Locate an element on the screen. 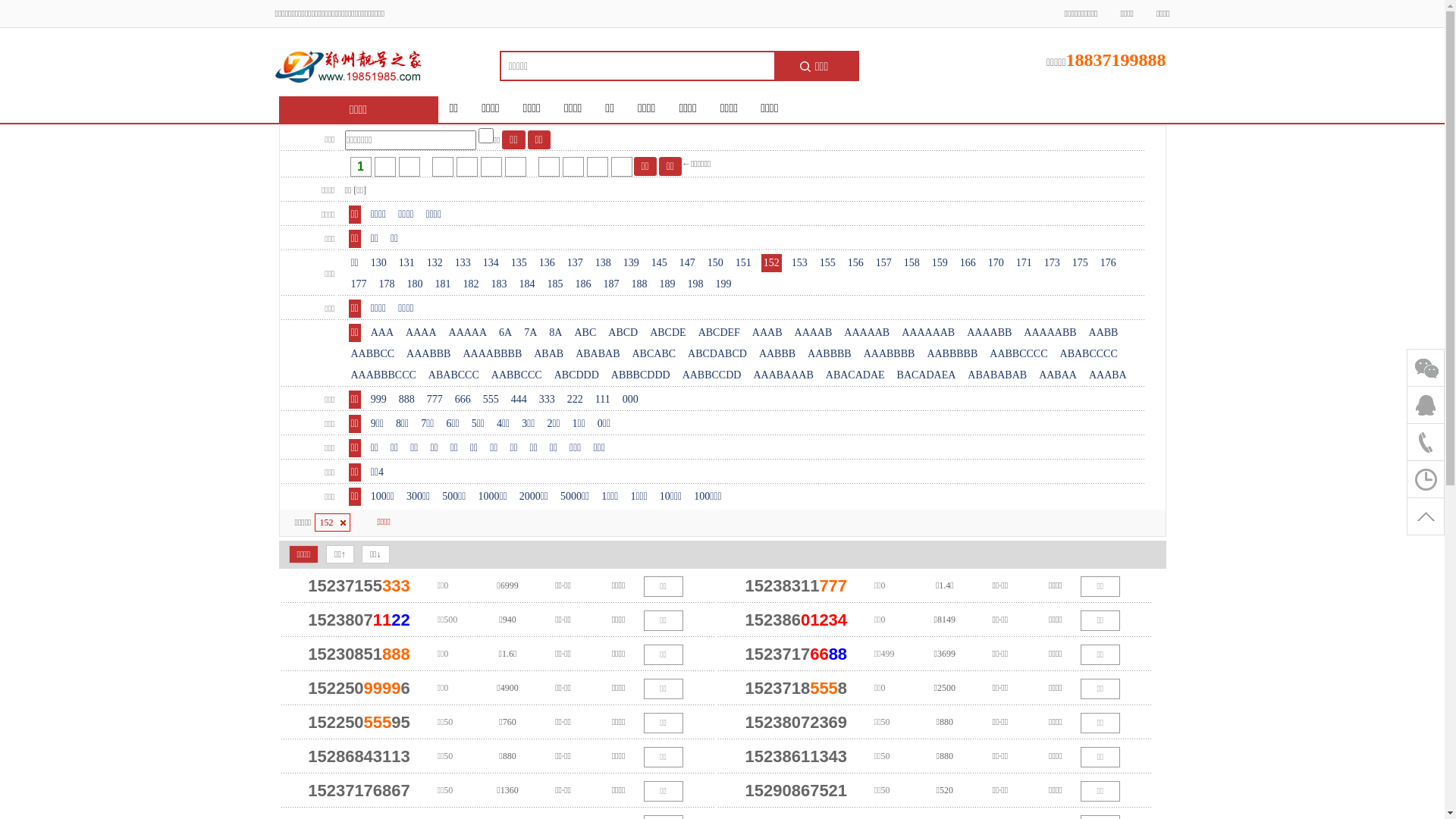  '6A' is located at coordinates (505, 332).